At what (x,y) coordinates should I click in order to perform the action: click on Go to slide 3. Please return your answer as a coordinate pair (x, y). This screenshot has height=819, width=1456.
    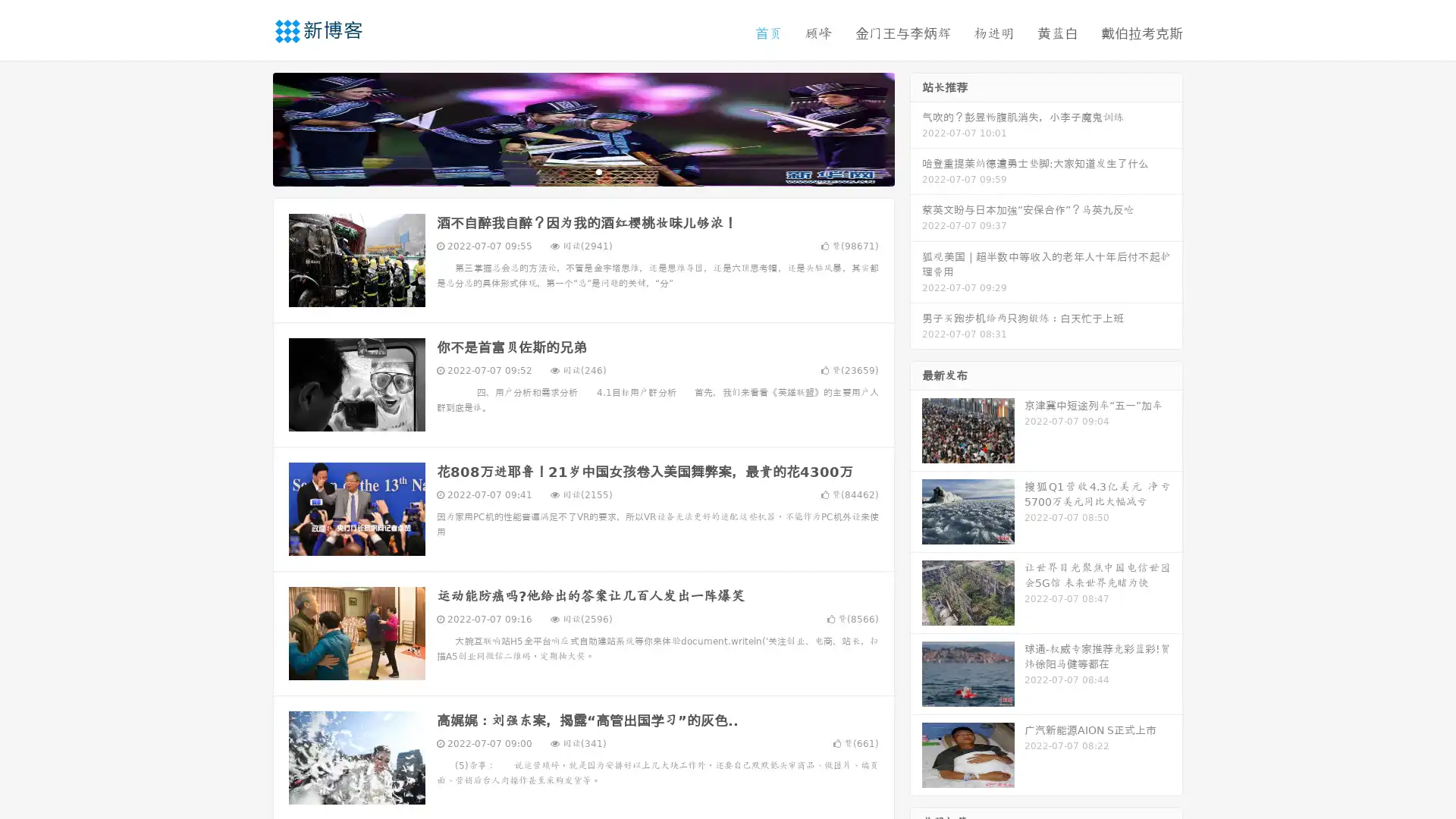
    Looking at the image, I should click on (598, 171).